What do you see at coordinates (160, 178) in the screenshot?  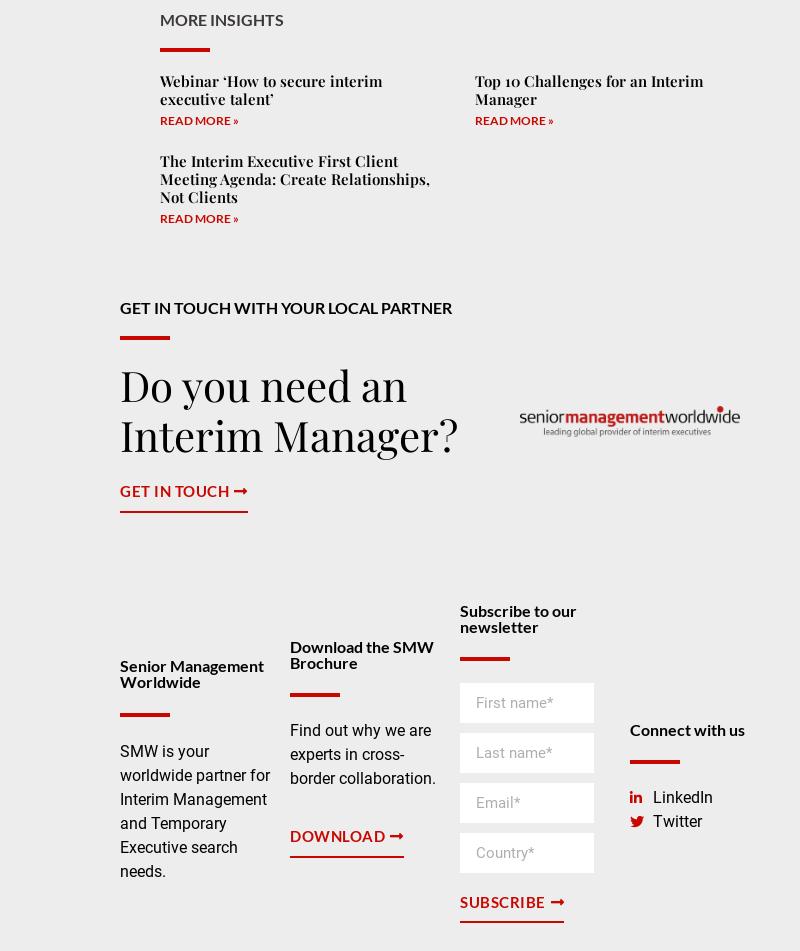 I see `'The Interim Executive First Client Meeting Agenda: Create Relationships, Not Clients'` at bounding box center [160, 178].